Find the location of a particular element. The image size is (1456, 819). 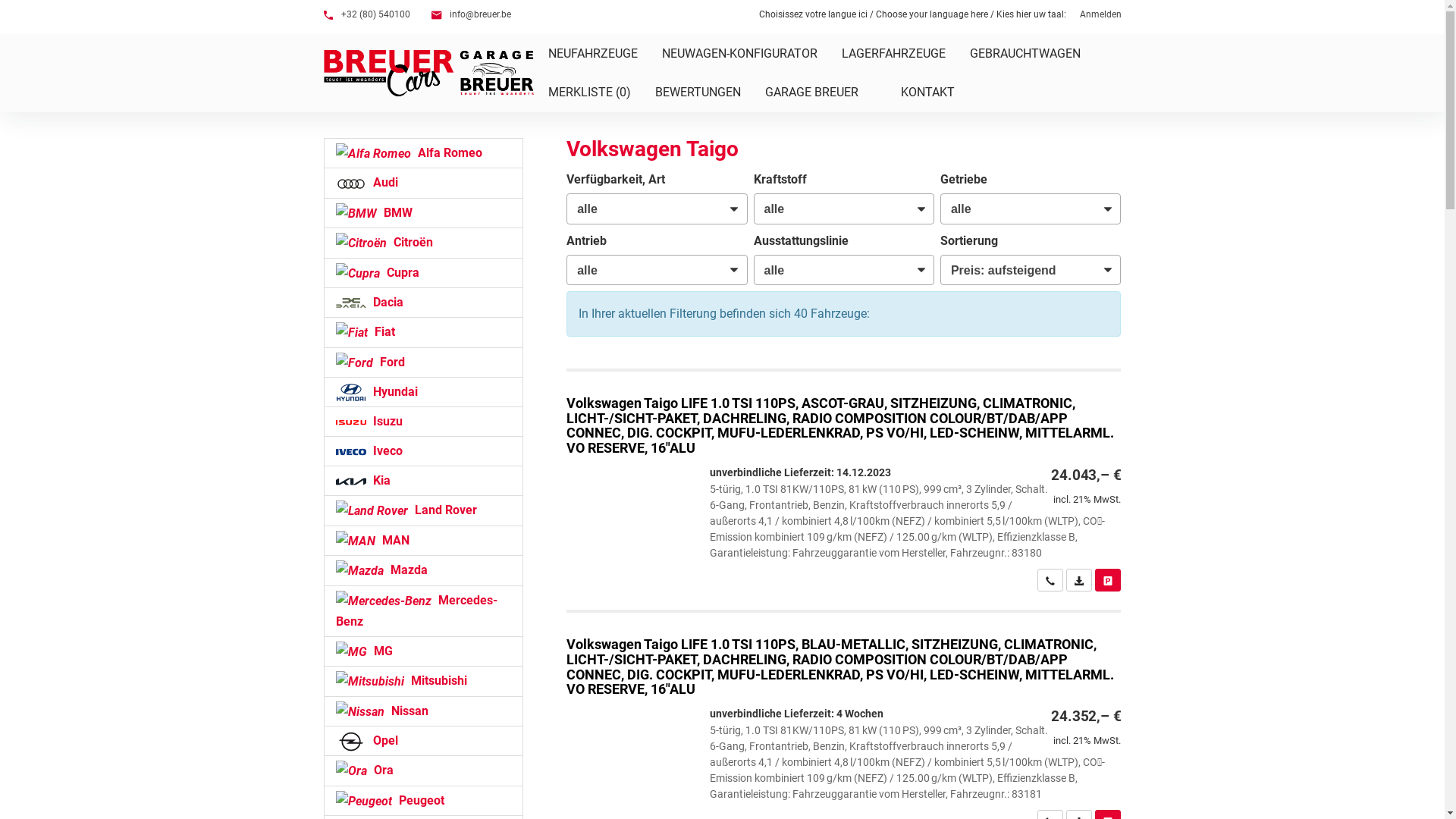

'Peugeot' is located at coordinates (422, 800).